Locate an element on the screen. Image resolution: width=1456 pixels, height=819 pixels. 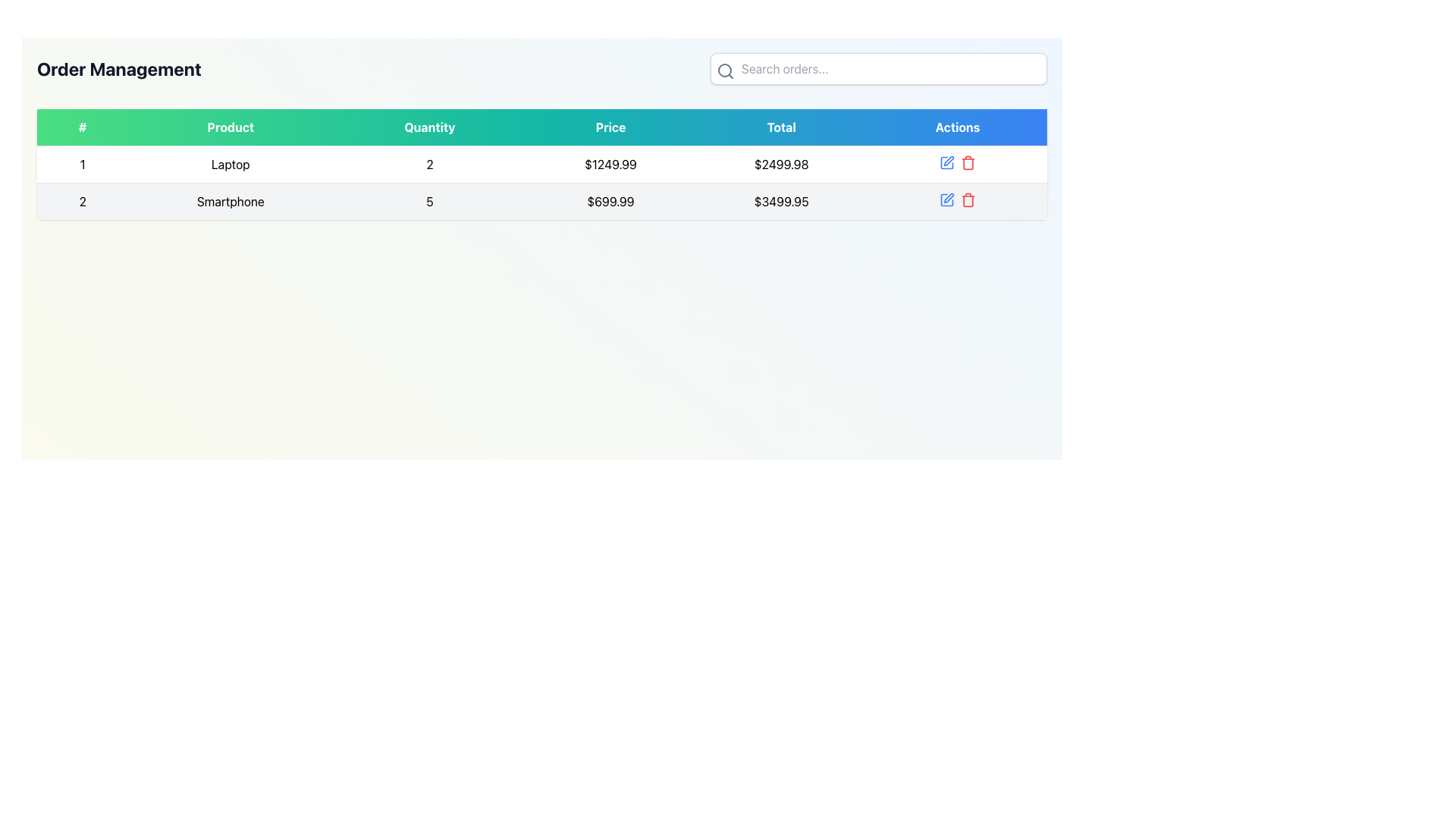
the text element that serves as an identifier for the respective row in the table, located at the top-left corner of the tabular data layout in the '#' column is located at coordinates (82, 164).